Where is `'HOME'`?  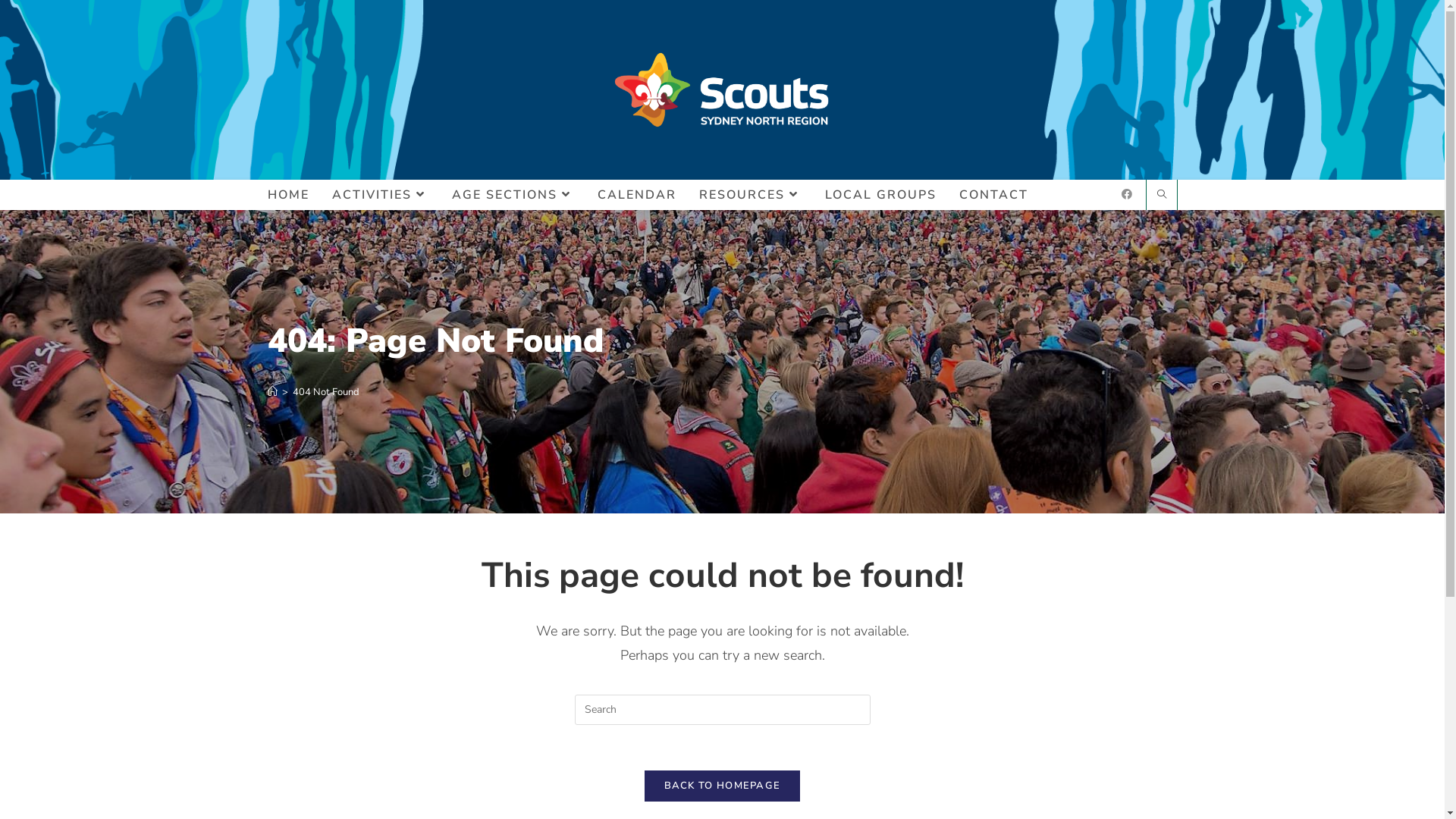 'HOME' is located at coordinates (288, 194).